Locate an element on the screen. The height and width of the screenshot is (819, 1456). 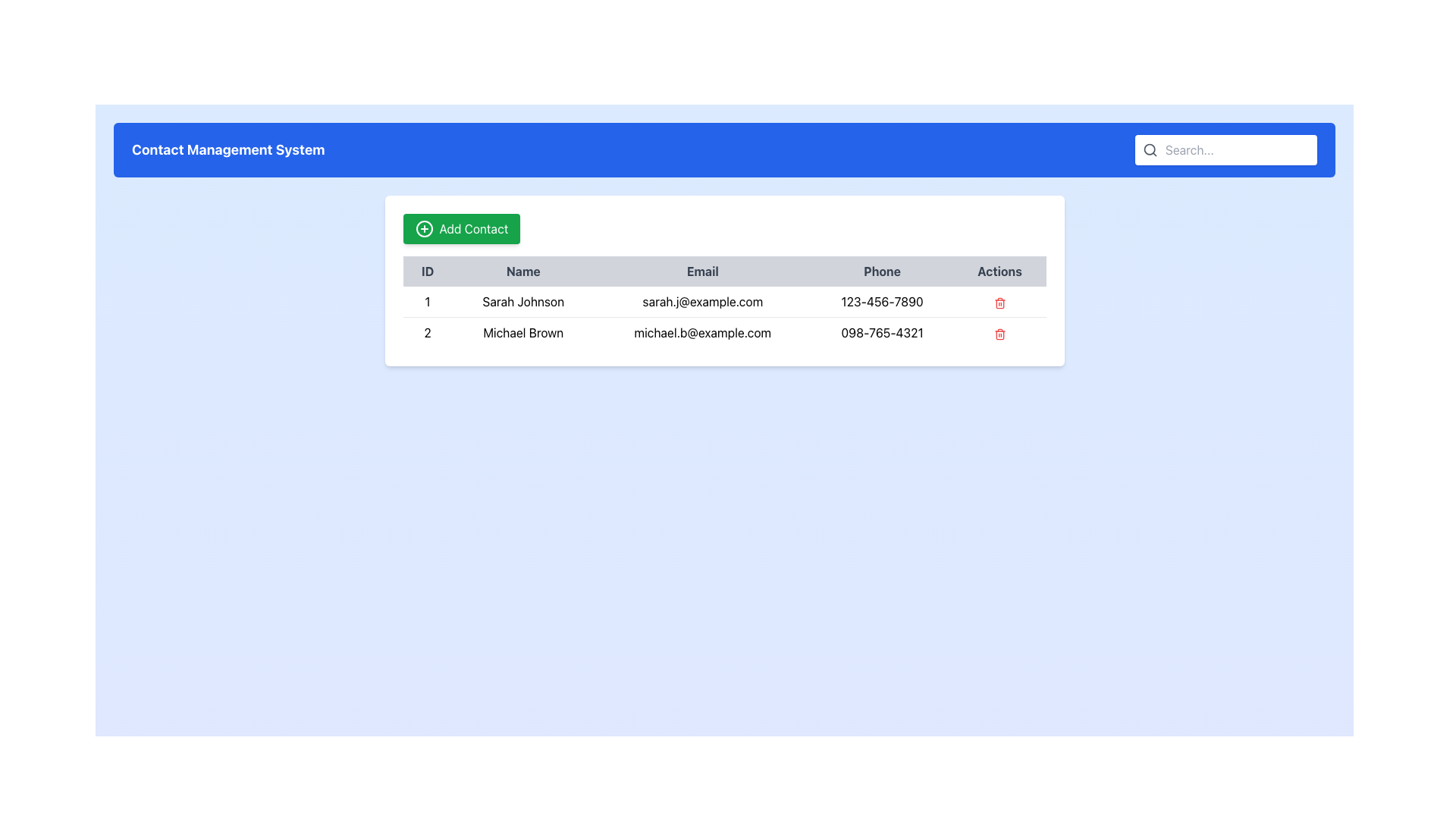
the delete icon located at the rightmost position of the second row in the table, adjacent to the 'Phone' column value '098-765-4321' is located at coordinates (999, 332).